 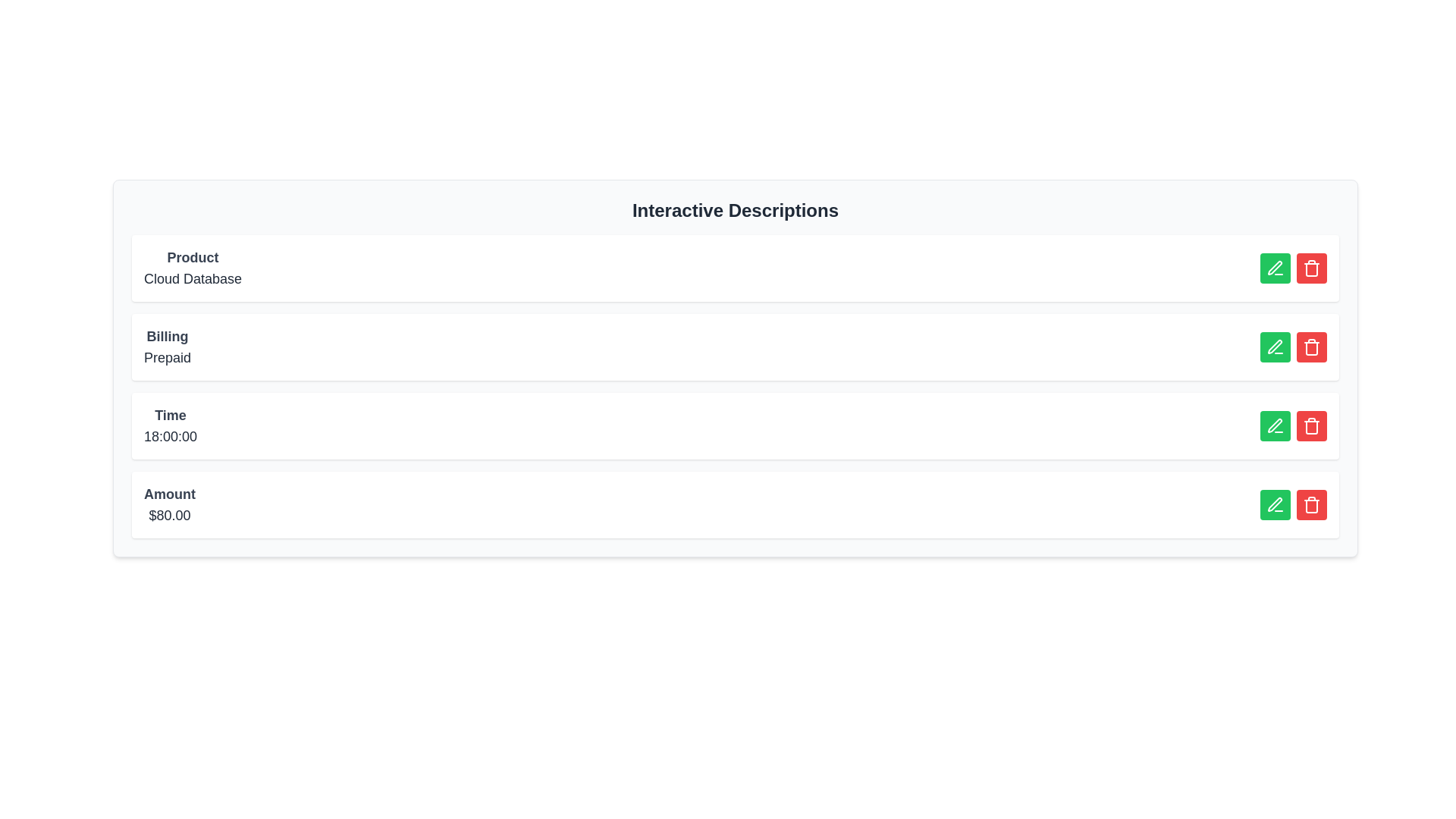 What do you see at coordinates (1274, 267) in the screenshot?
I see `the second icon from the right in the rightmost column of icons associated with the 'Product: Cloud Database' row, which is likely used for editing or modifying the entry` at bounding box center [1274, 267].